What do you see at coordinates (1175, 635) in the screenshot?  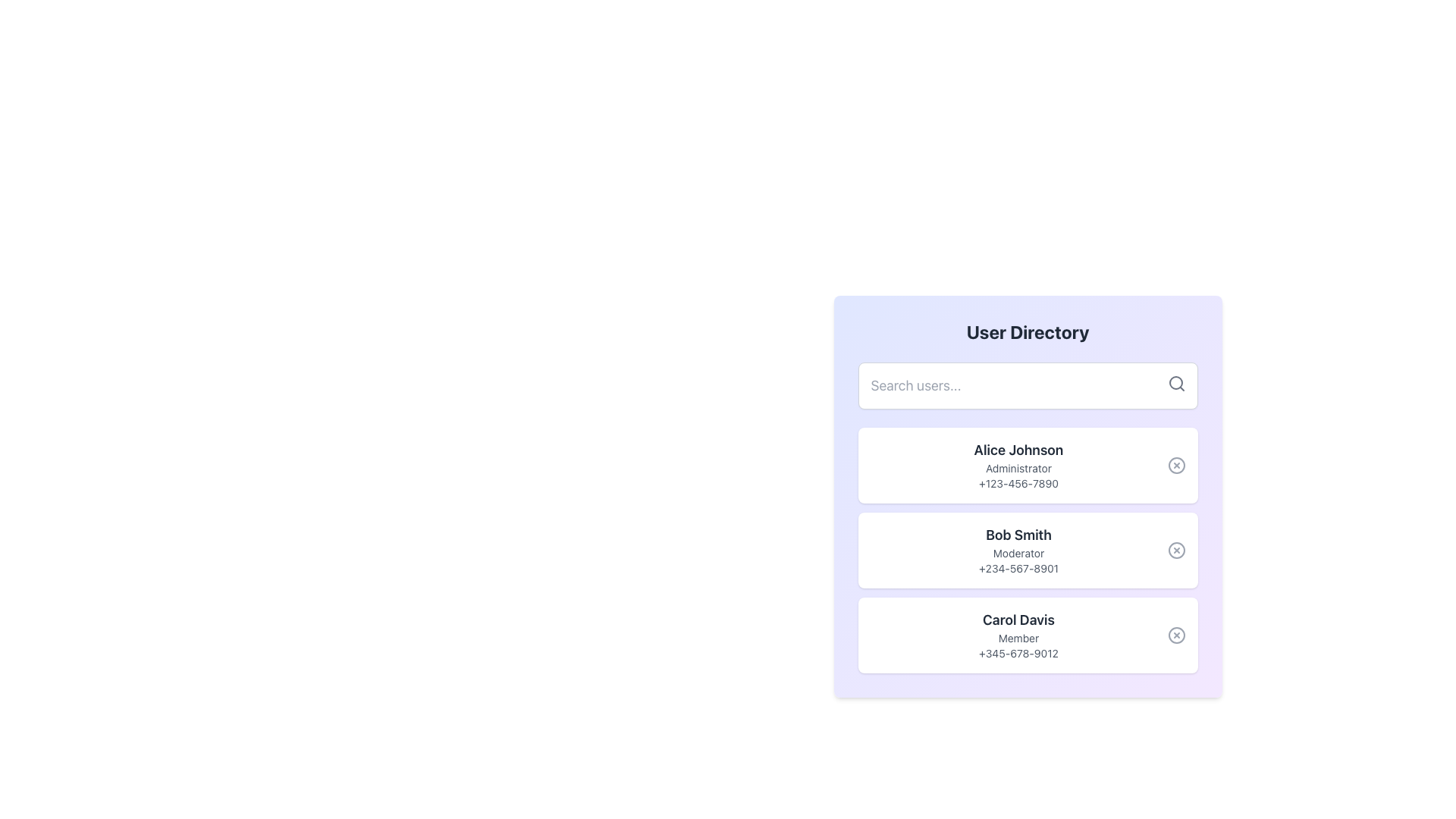 I see `the circular icon with a gray border containing an X mark, located at the far-right end of the third card displaying 'Carol Davis' details` at bounding box center [1175, 635].